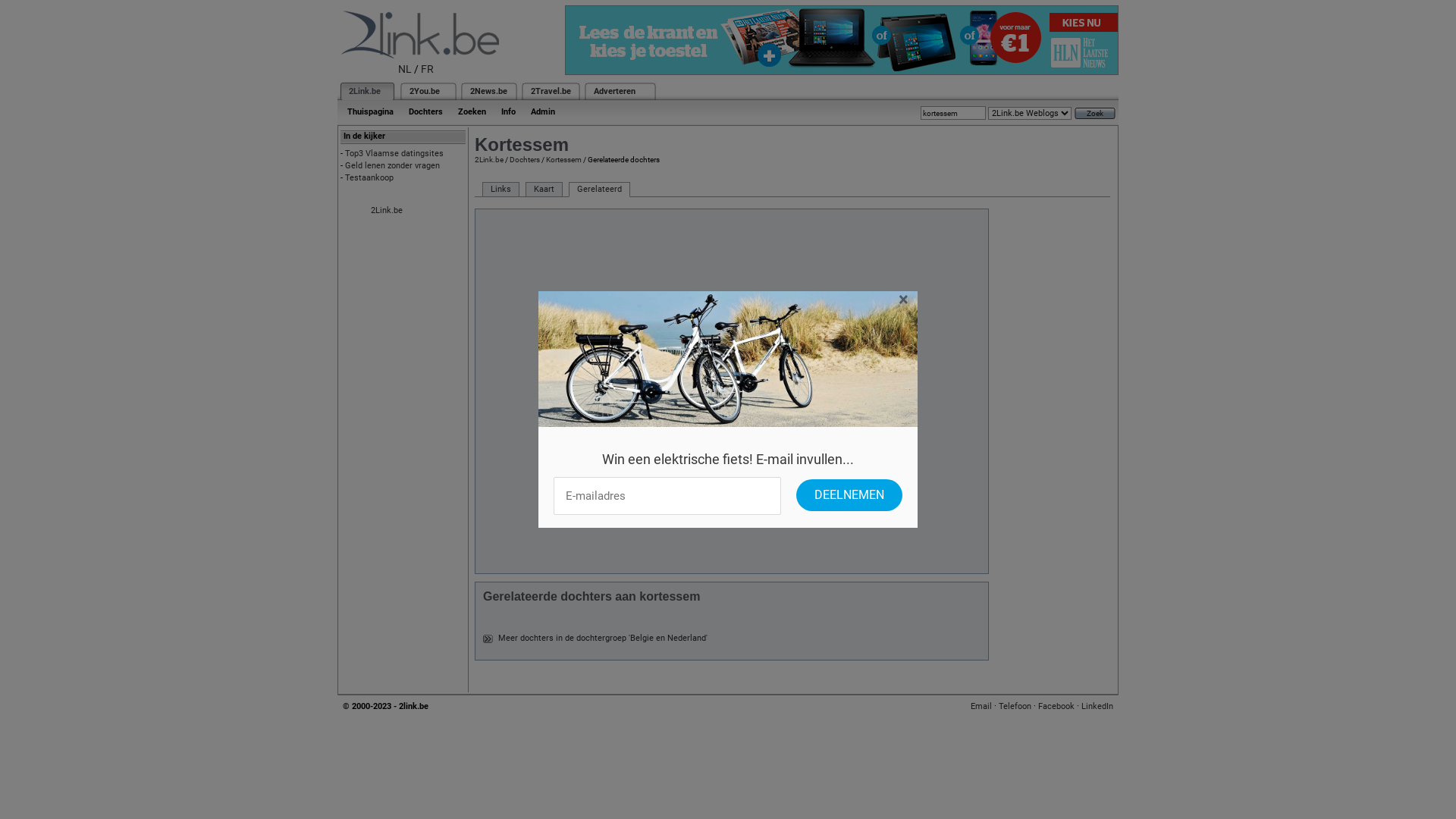 This screenshot has width=1456, height=819. What do you see at coordinates (542, 111) in the screenshot?
I see `'Admin'` at bounding box center [542, 111].